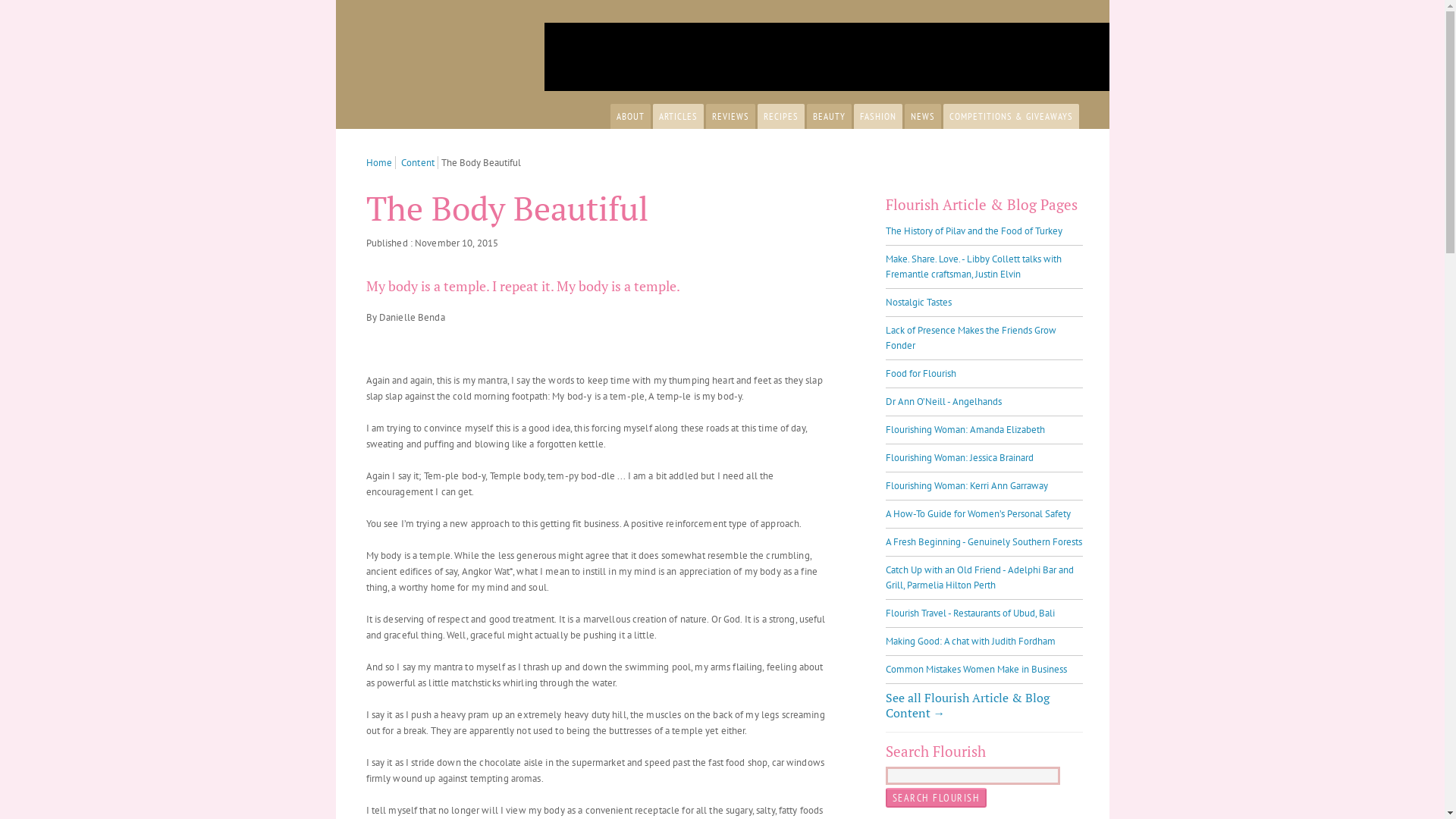 The height and width of the screenshot is (819, 1456). What do you see at coordinates (918, 302) in the screenshot?
I see `'Nostalgic Tastes'` at bounding box center [918, 302].